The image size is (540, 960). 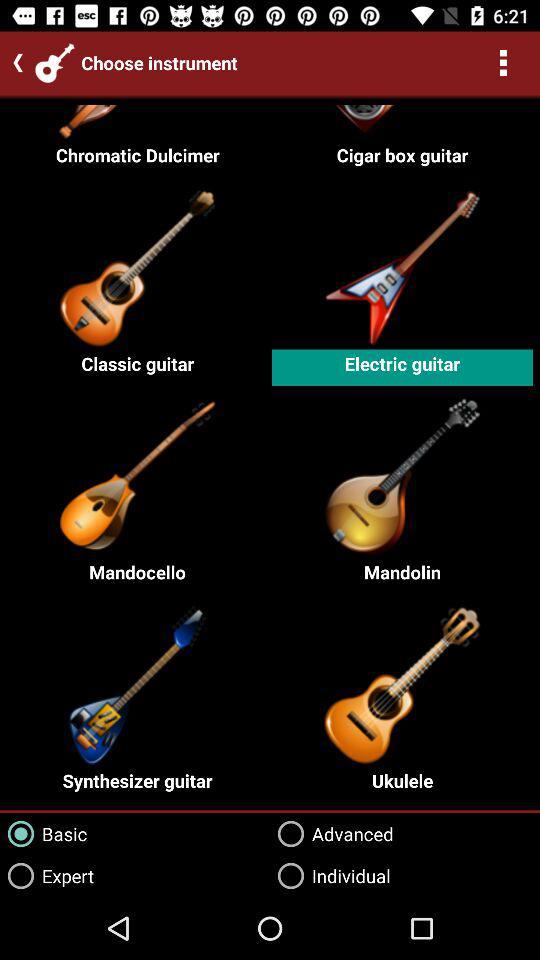 What do you see at coordinates (55, 62) in the screenshot?
I see `the guitar icon at top left corner` at bounding box center [55, 62].